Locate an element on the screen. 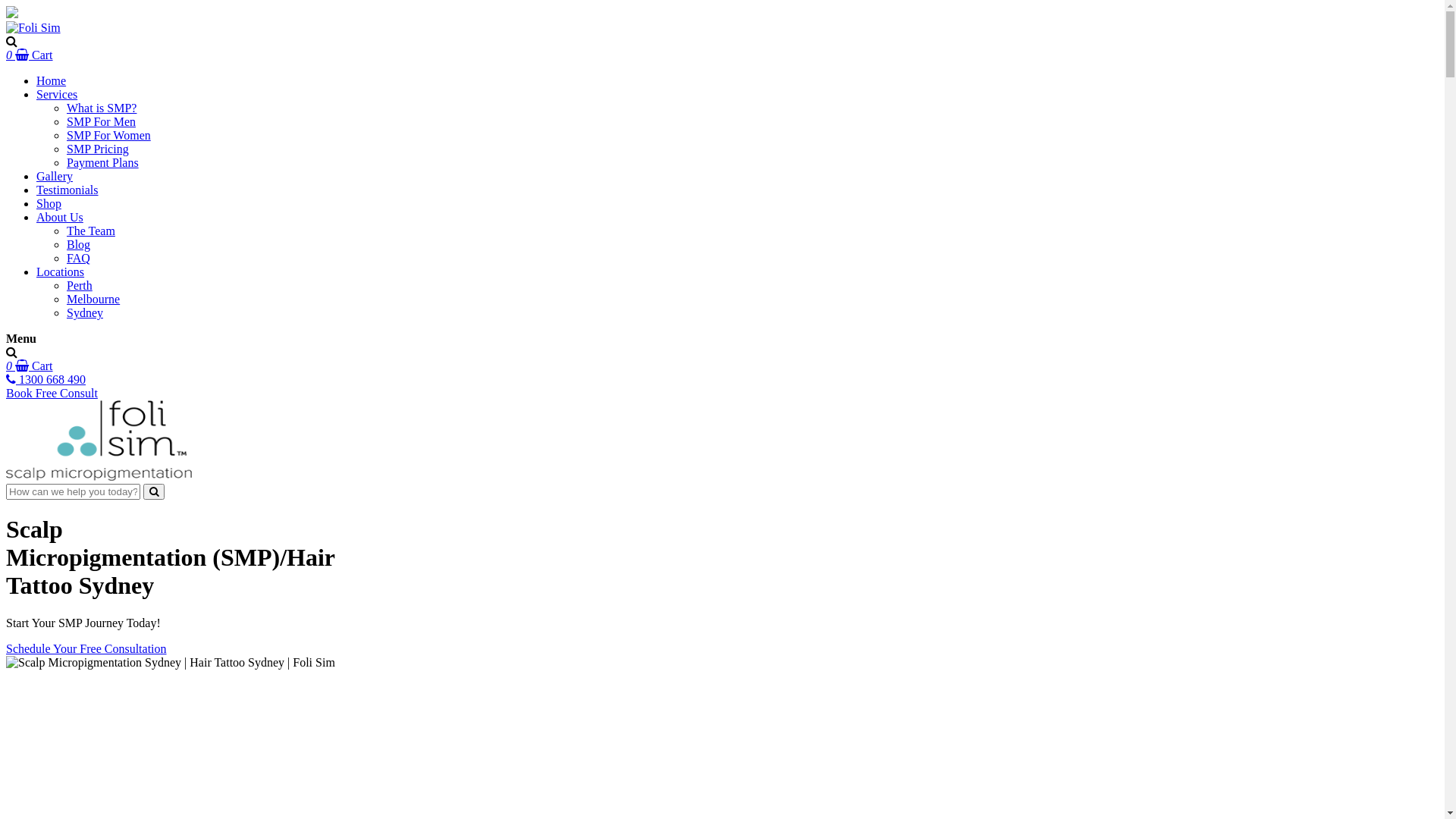 The image size is (1456, 819). '0 Cart' is located at coordinates (29, 366).